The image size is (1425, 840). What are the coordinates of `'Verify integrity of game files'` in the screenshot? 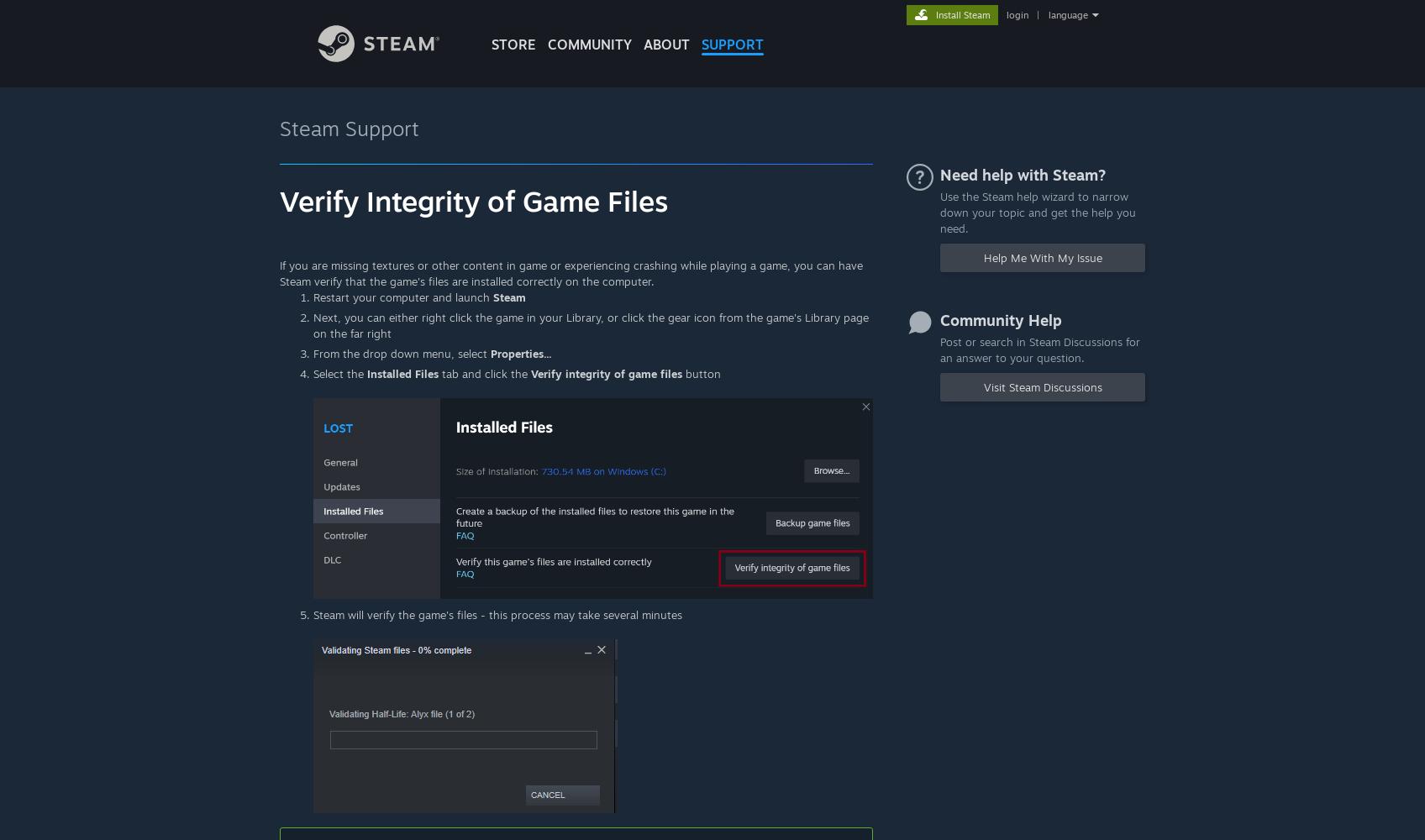 It's located at (606, 373).